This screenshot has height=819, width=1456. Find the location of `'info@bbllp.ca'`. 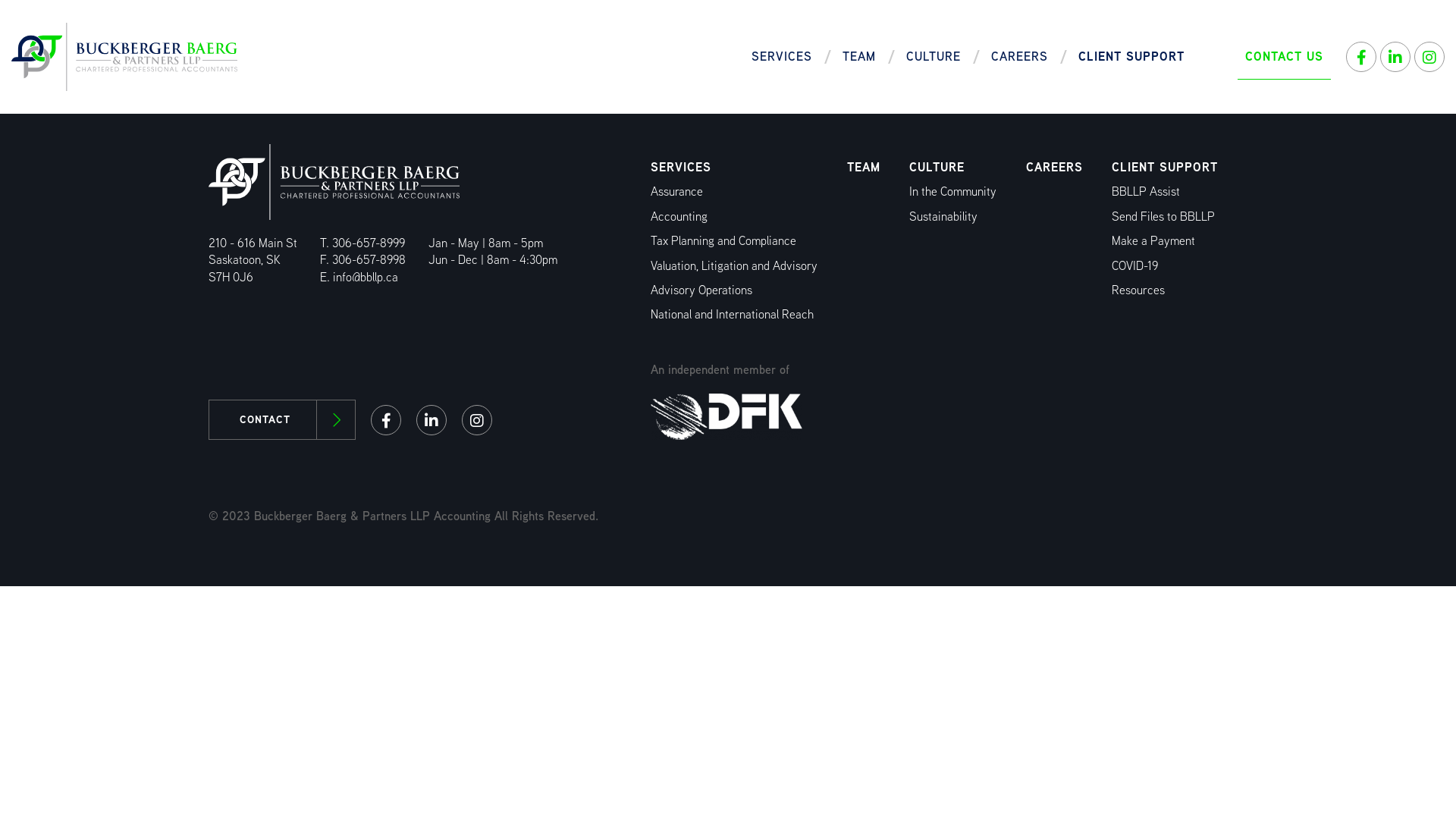

'info@bbllp.ca' is located at coordinates (365, 277).